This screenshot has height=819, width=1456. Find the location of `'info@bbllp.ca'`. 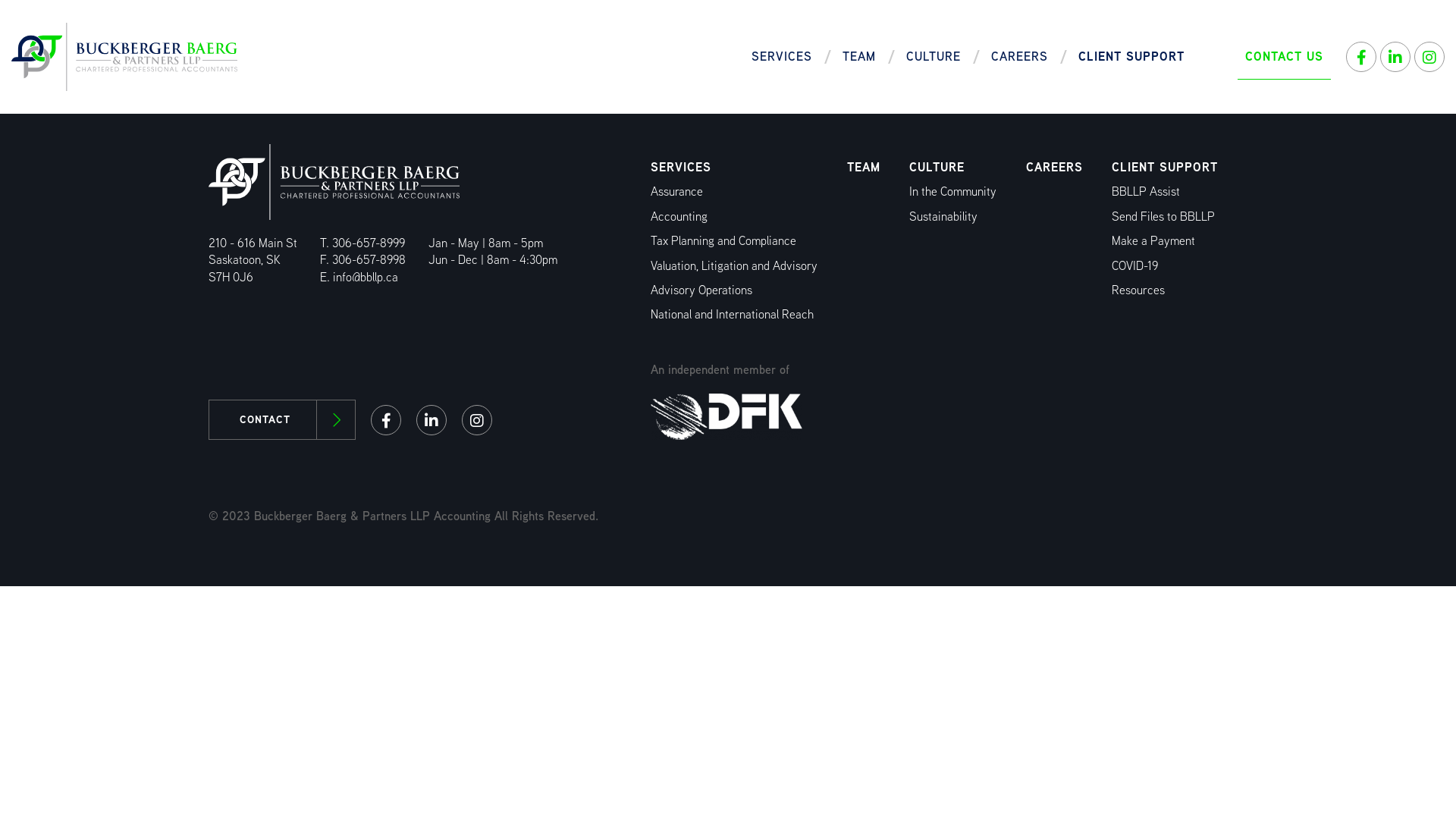

'info@bbllp.ca' is located at coordinates (365, 277).